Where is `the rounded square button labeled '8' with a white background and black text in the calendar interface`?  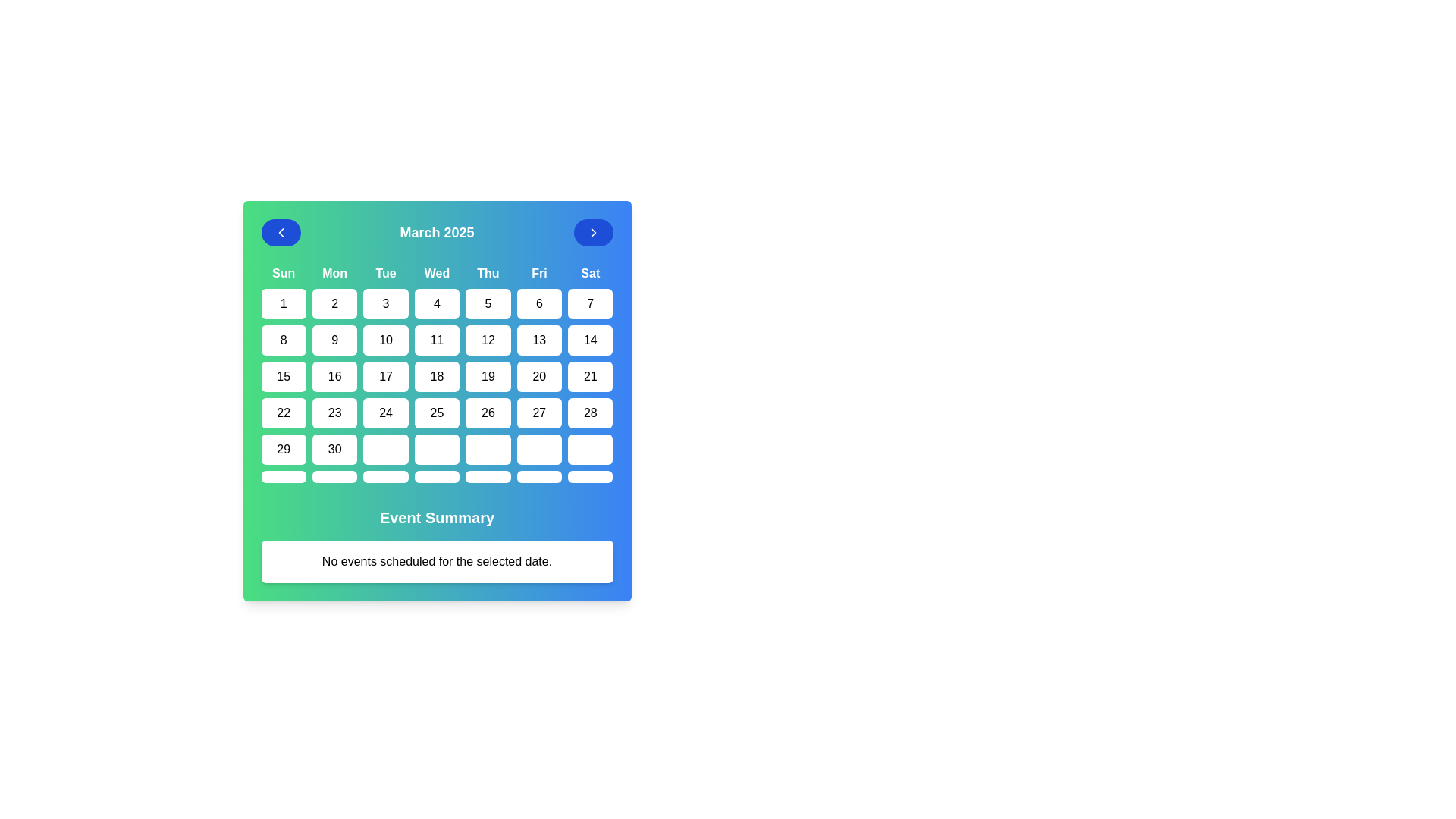
the rounded square button labeled '8' with a white background and black text in the calendar interface is located at coordinates (284, 339).